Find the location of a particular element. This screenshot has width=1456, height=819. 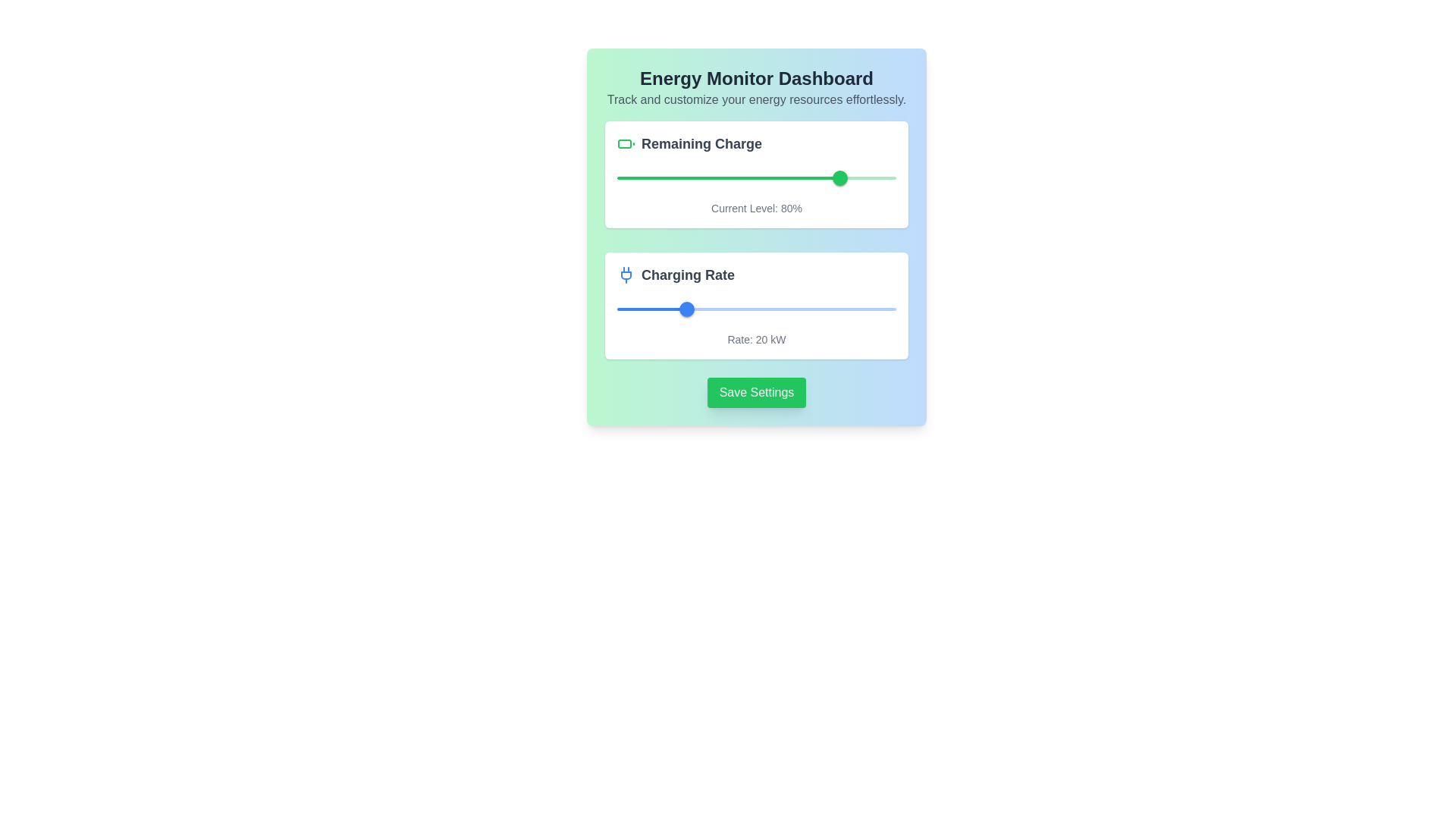

the slider is located at coordinates (692, 309).